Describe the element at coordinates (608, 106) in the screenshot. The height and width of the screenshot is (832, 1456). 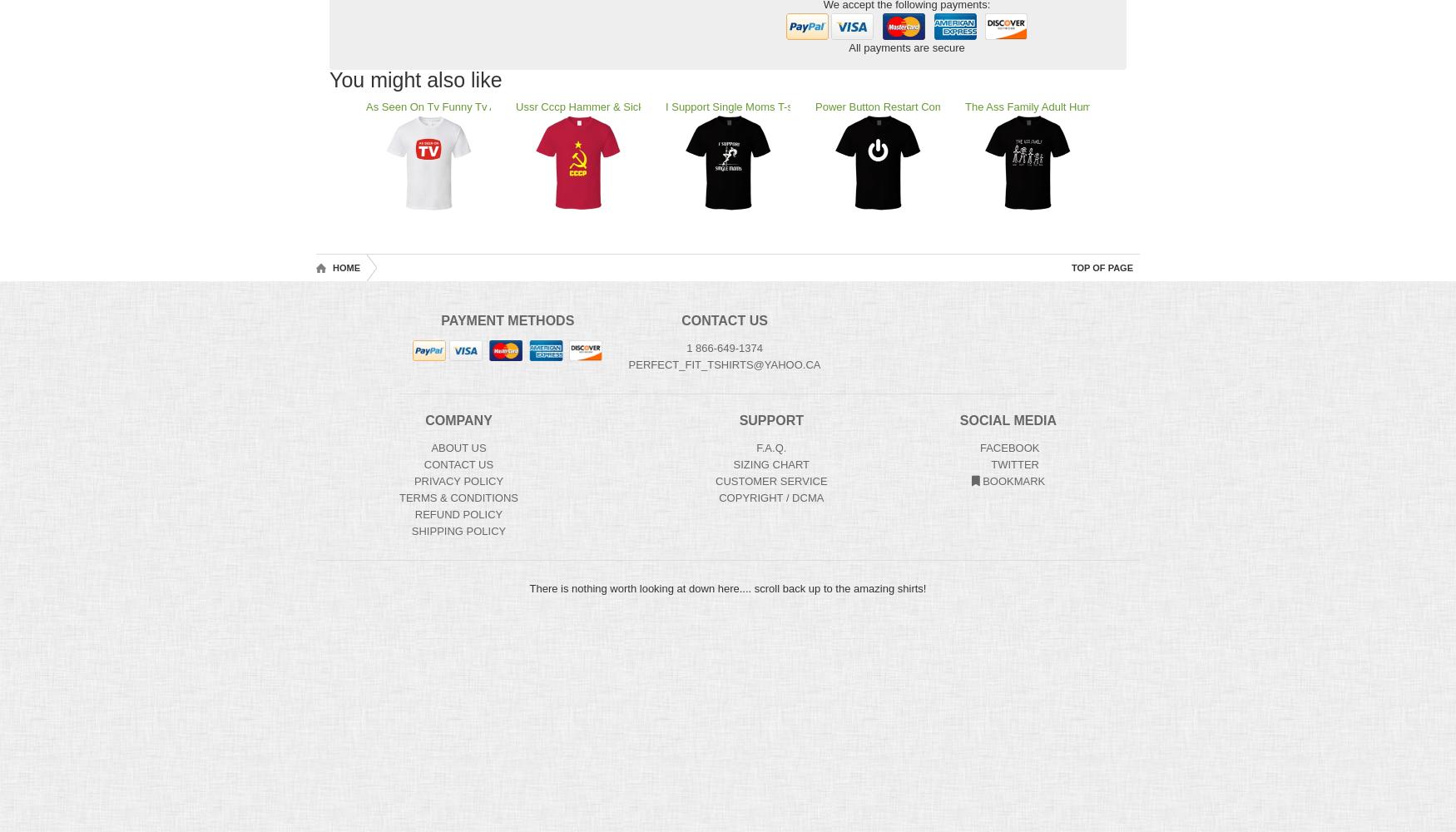
I see `'Ussr Cccp Hammer & Sickle Funny Co'` at that location.